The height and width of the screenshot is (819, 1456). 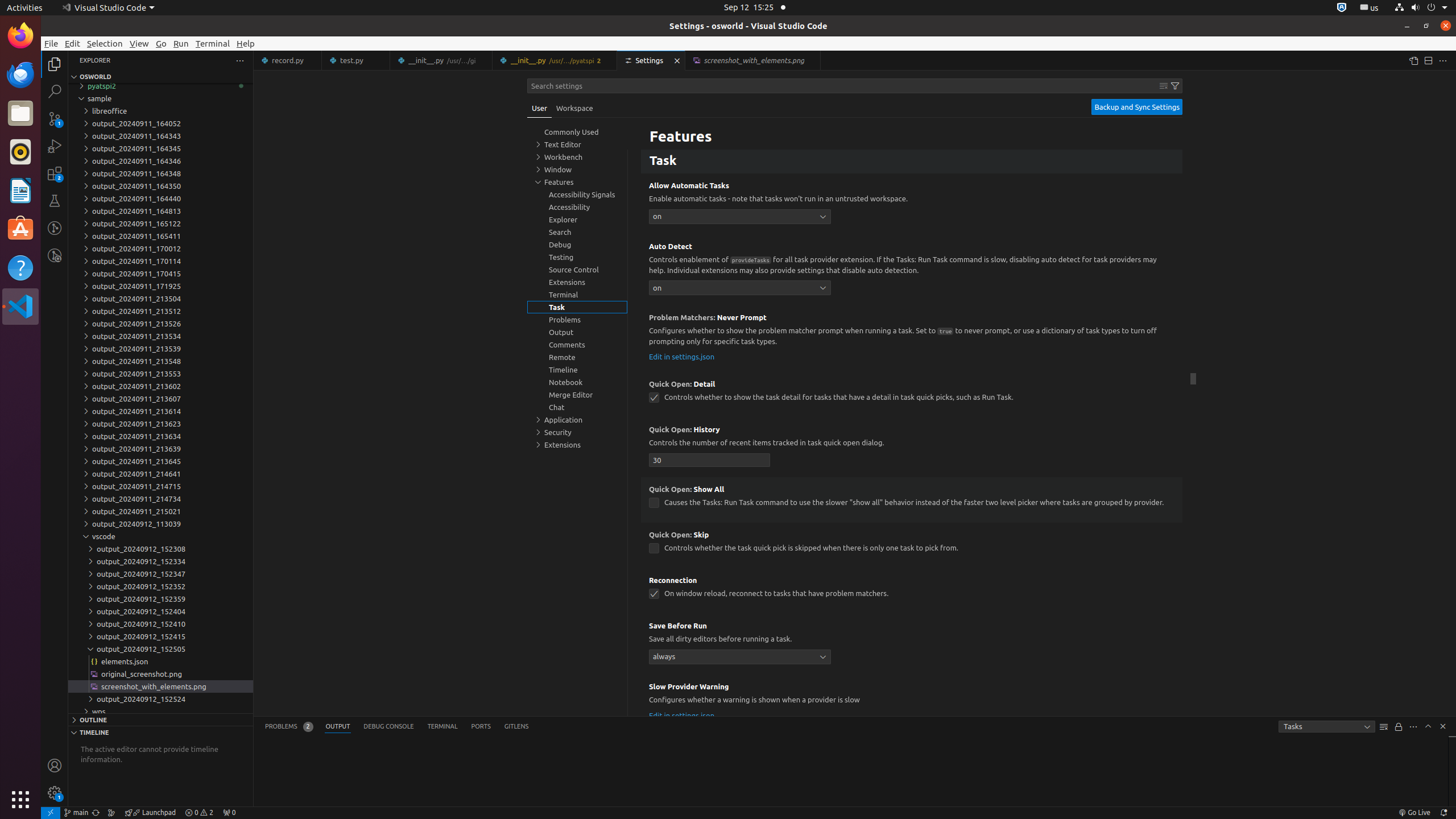 I want to click on 'task.quickOpen.showAll', so click(x=653, y=503).